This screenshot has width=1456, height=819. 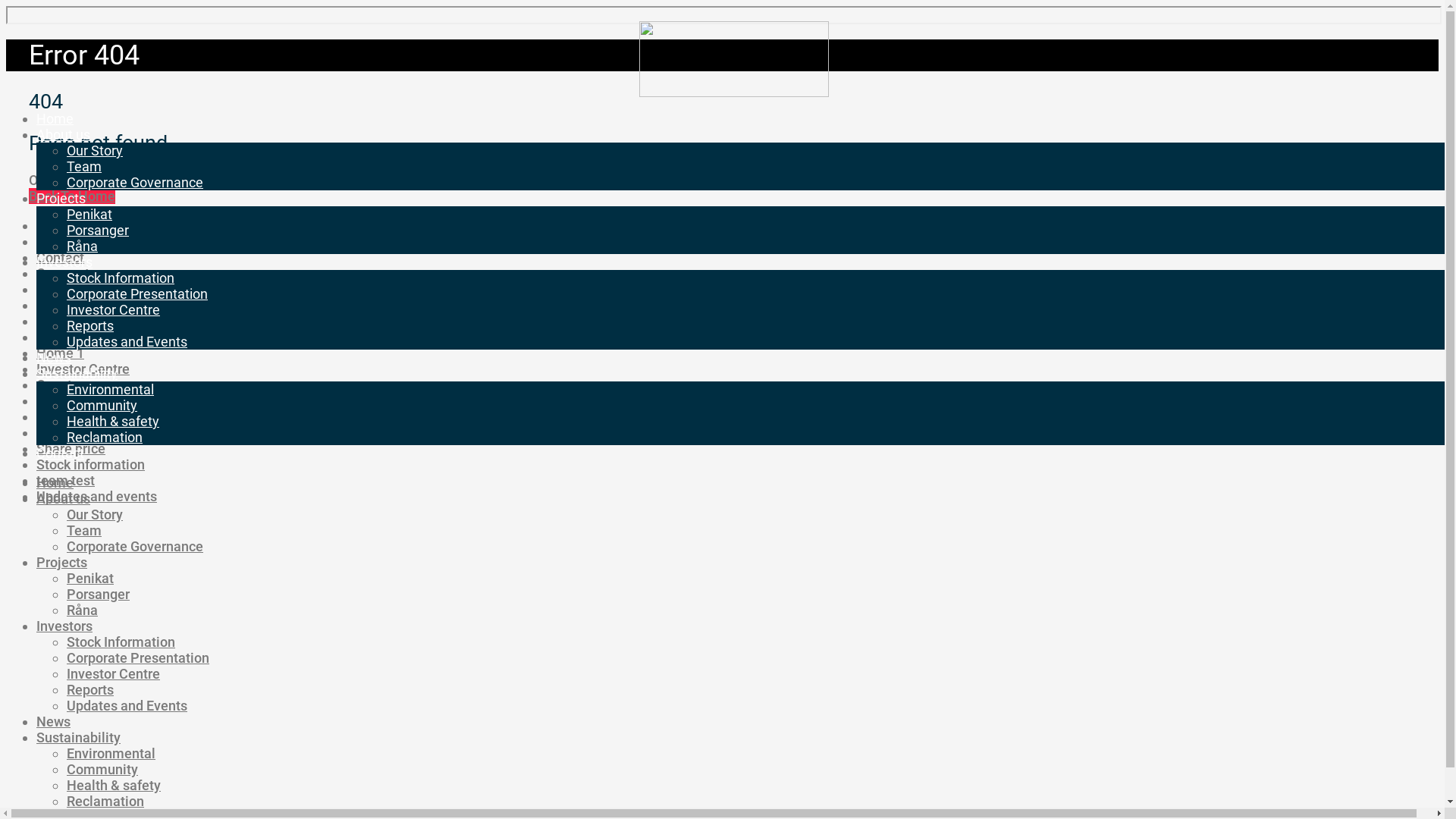 I want to click on 'Stock Information', so click(x=119, y=278).